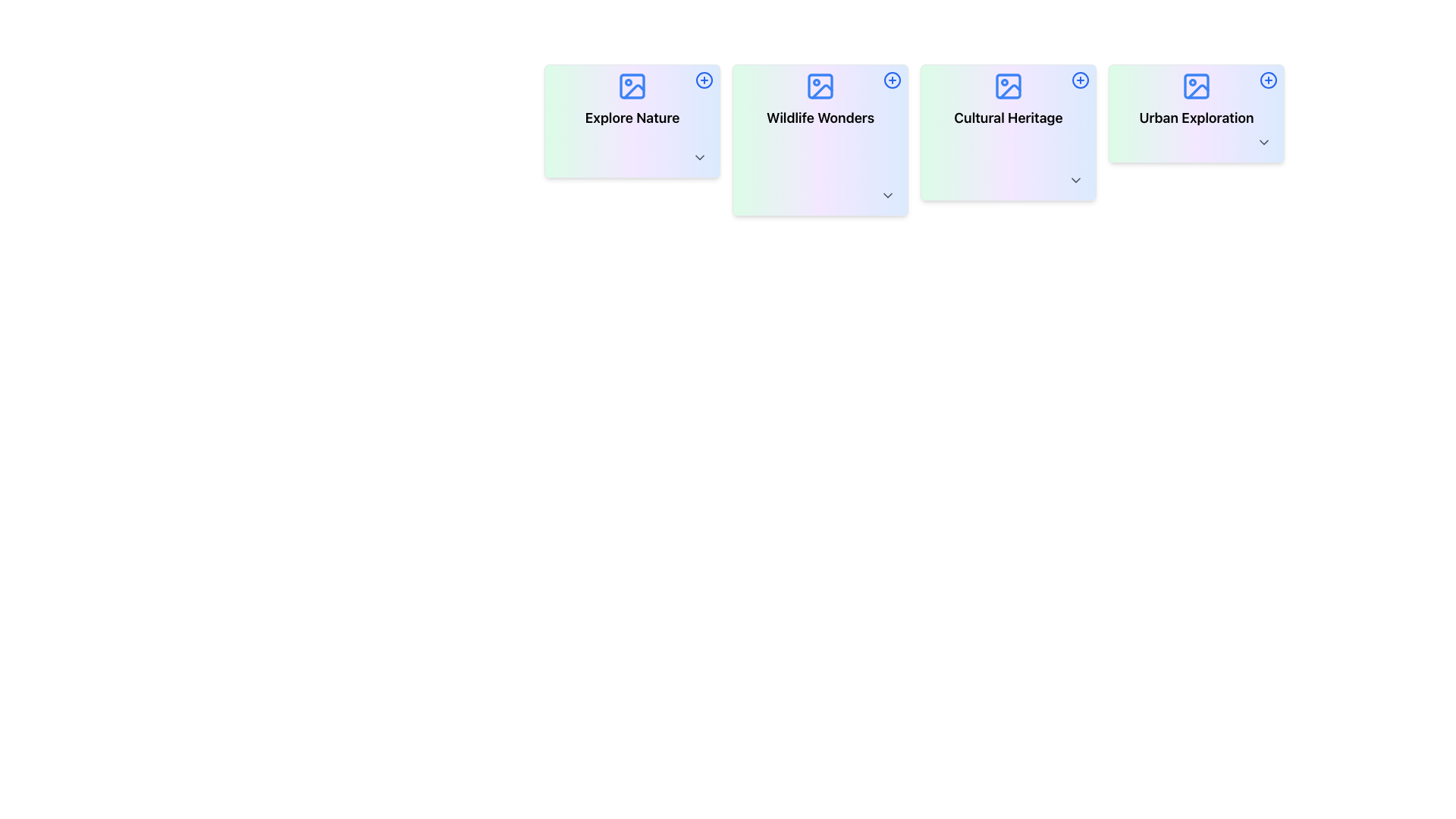  I want to click on the card component titled 'Wildlife Wonders' which features a gradient background and interactive icons, located in the grid layout as the second card from the left, so click(819, 140).